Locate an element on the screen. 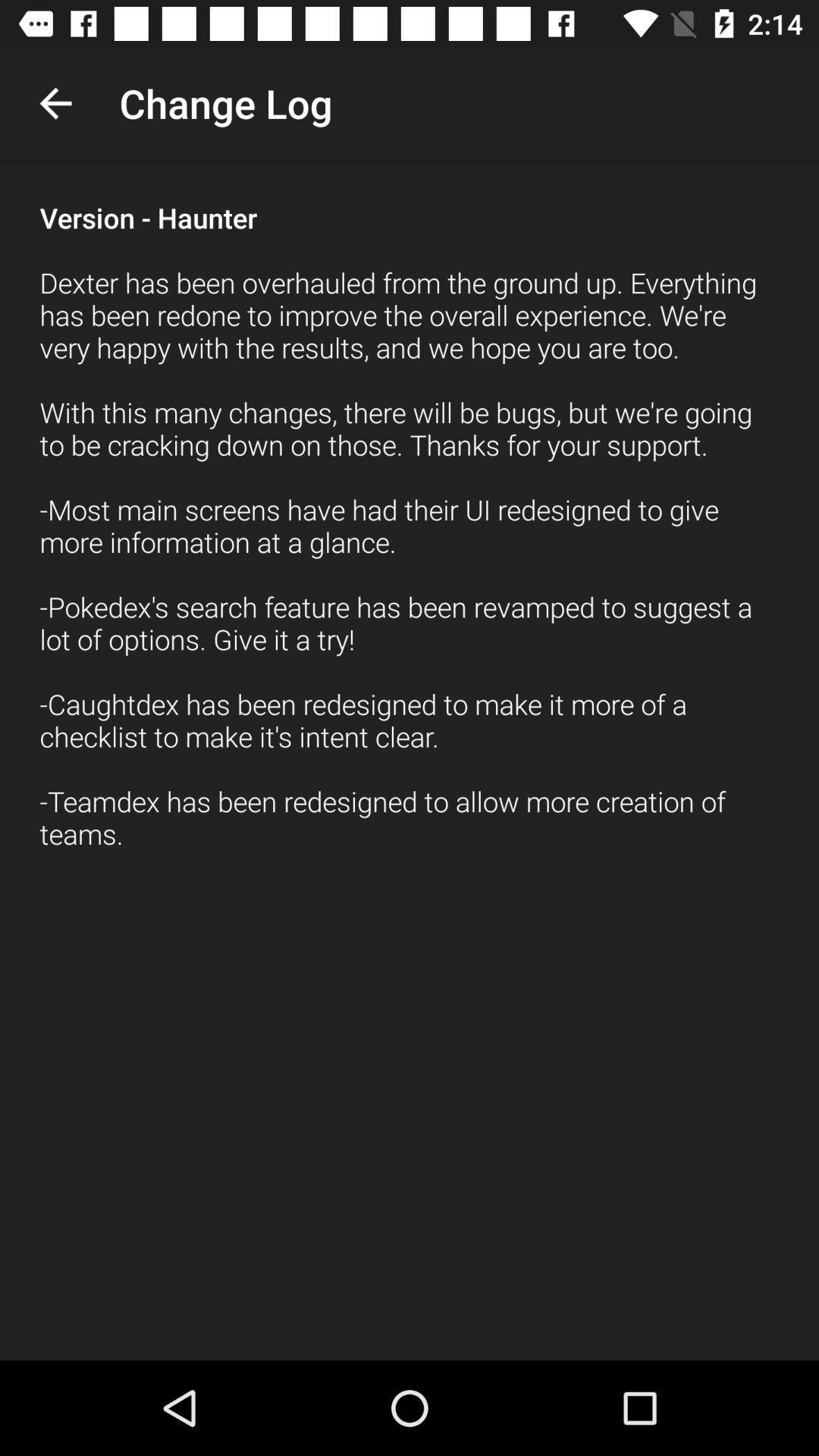 Image resolution: width=819 pixels, height=1456 pixels. the item to the left of the change log is located at coordinates (55, 102).